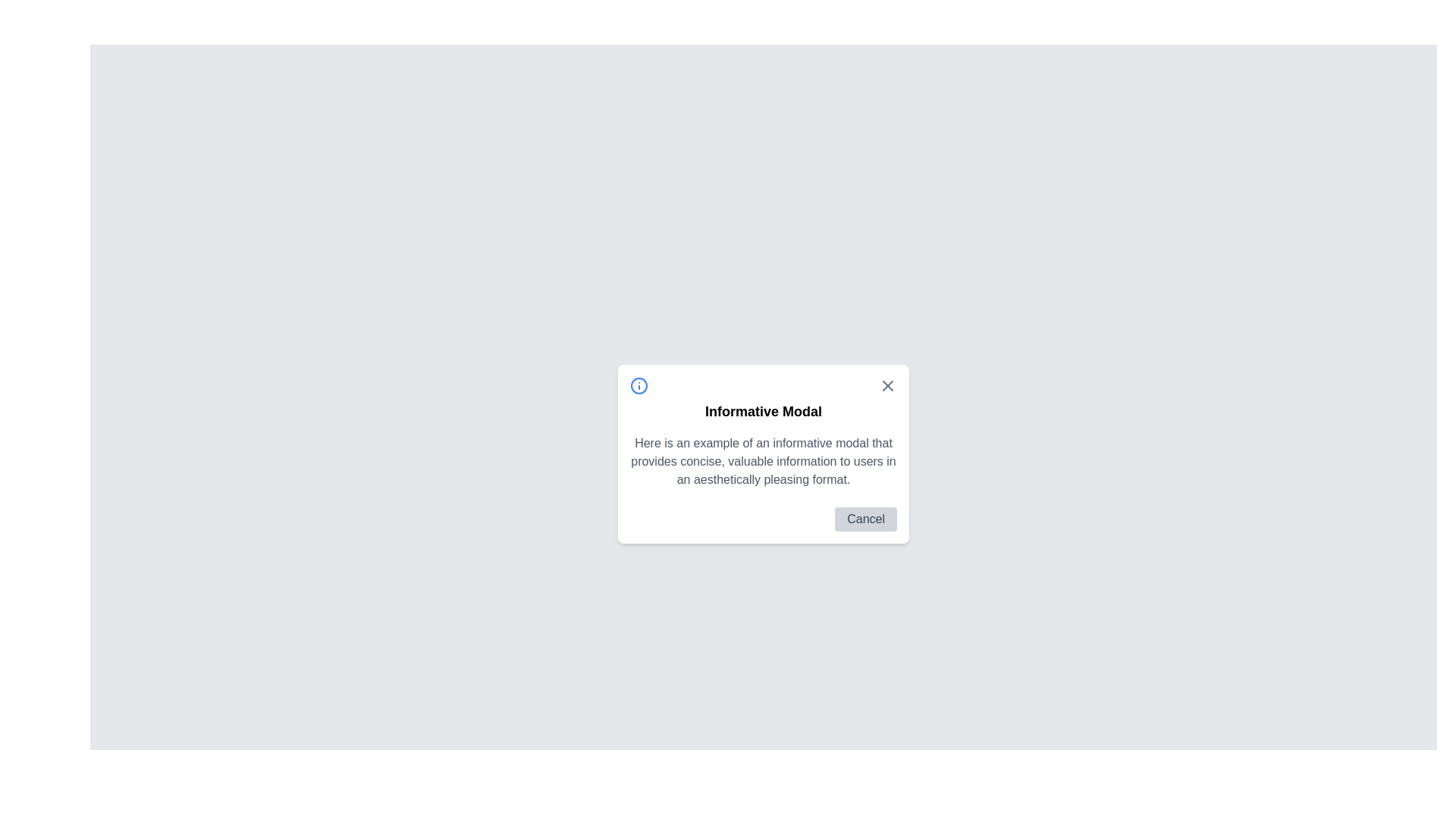 This screenshot has width=1456, height=819. I want to click on circular blue stroke of the 'Info' icon located at the upper-left corner of the 'Informative Modal' dialog box, so click(639, 385).